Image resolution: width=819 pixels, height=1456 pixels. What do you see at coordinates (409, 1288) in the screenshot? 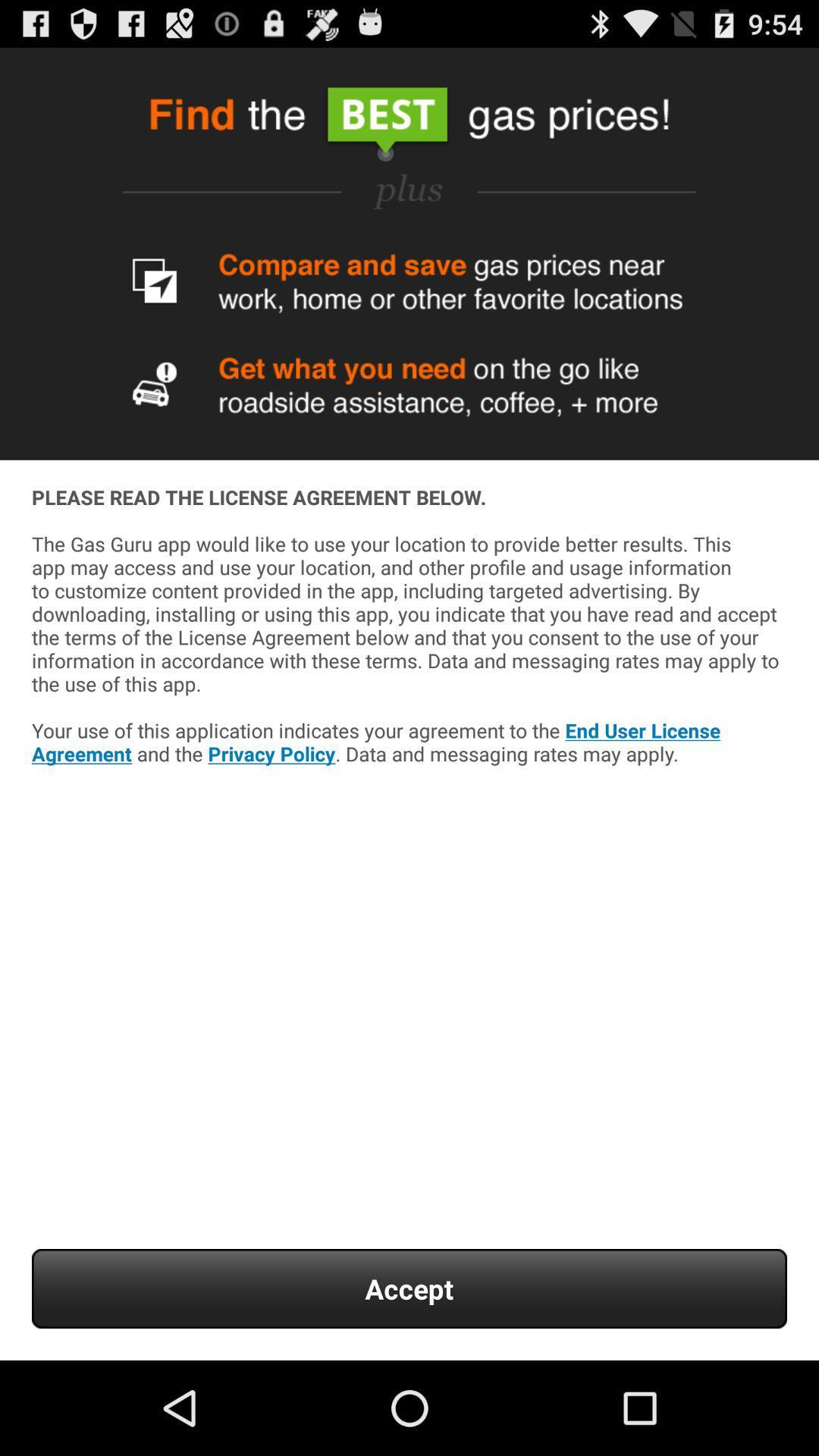
I see `the accept item` at bounding box center [409, 1288].